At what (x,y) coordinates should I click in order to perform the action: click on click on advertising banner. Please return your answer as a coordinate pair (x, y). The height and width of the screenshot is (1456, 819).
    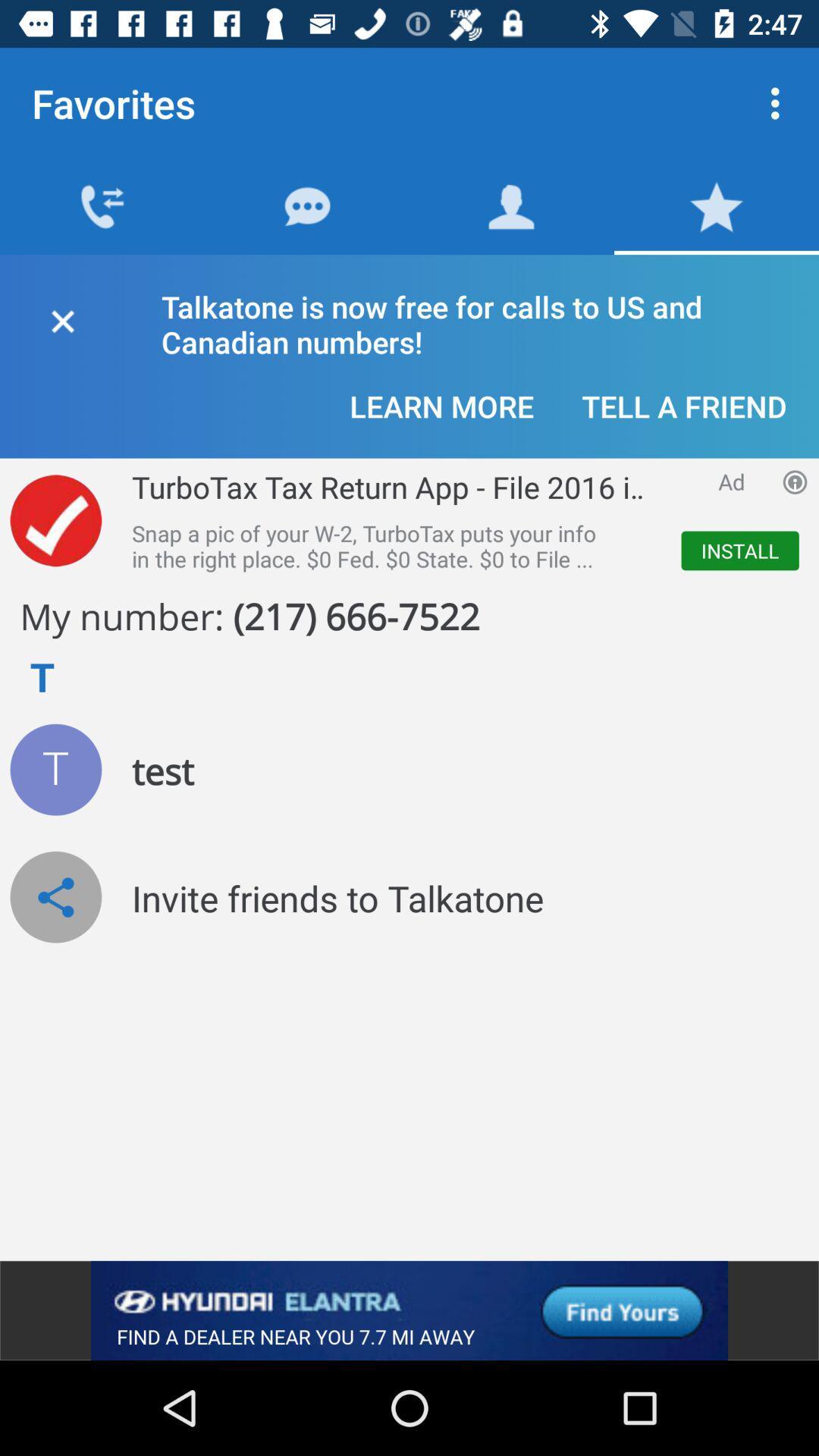
    Looking at the image, I should click on (409, 1310).